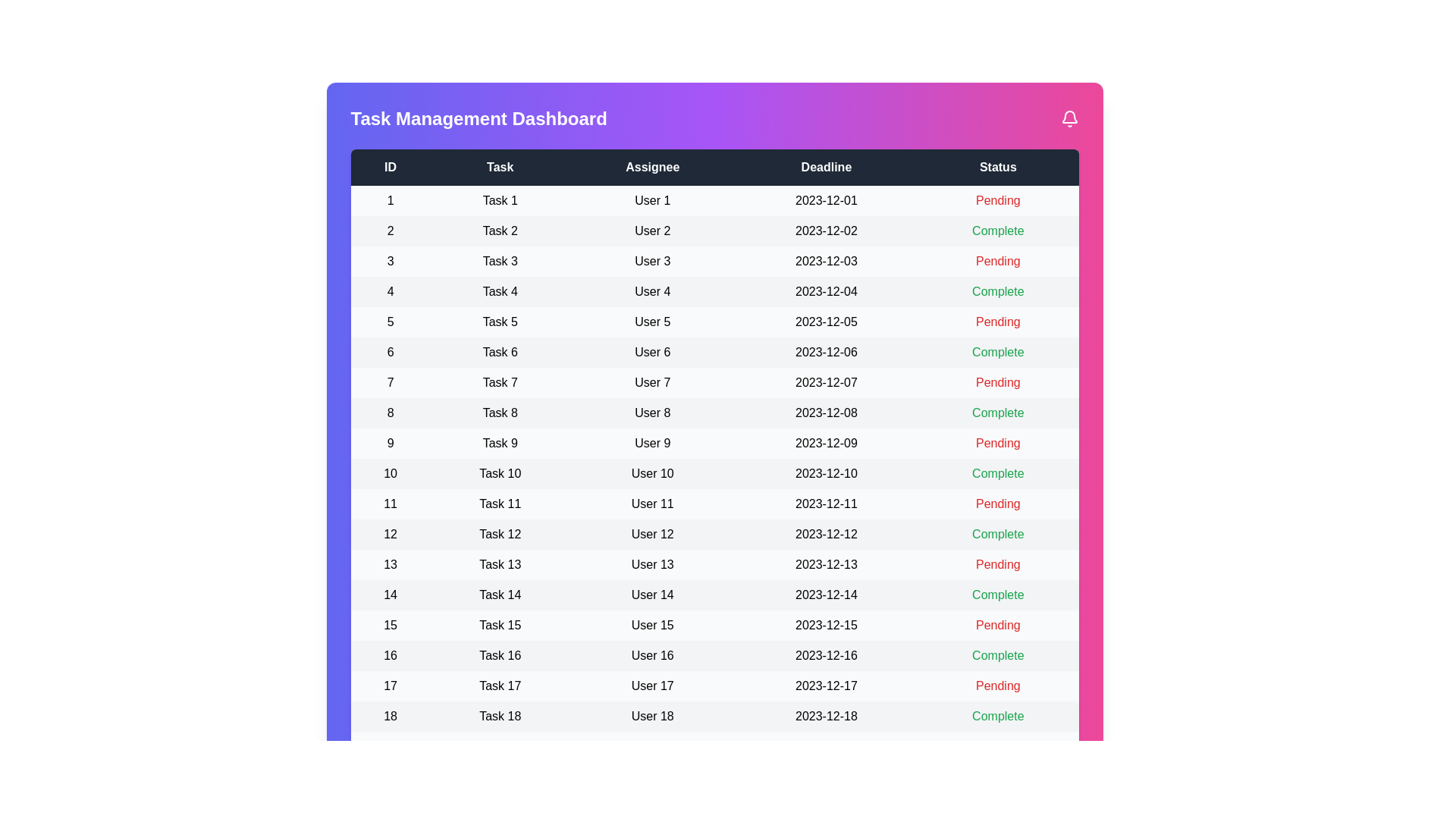 Image resolution: width=1456 pixels, height=819 pixels. What do you see at coordinates (1068, 118) in the screenshot?
I see `the notification bell icon` at bounding box center [1068, 118].